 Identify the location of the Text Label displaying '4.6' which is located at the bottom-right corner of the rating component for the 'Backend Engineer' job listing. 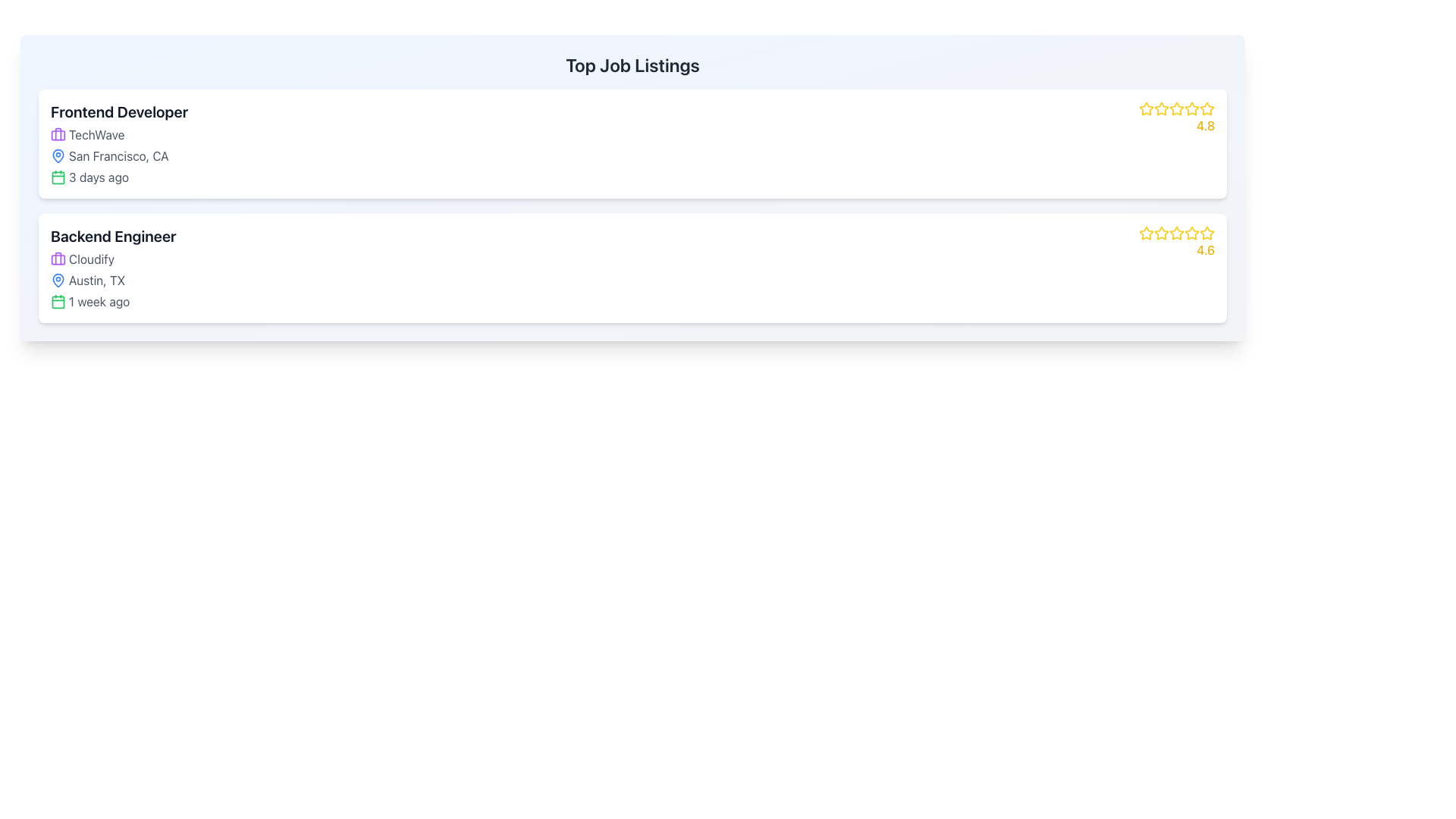
(1204, 249).